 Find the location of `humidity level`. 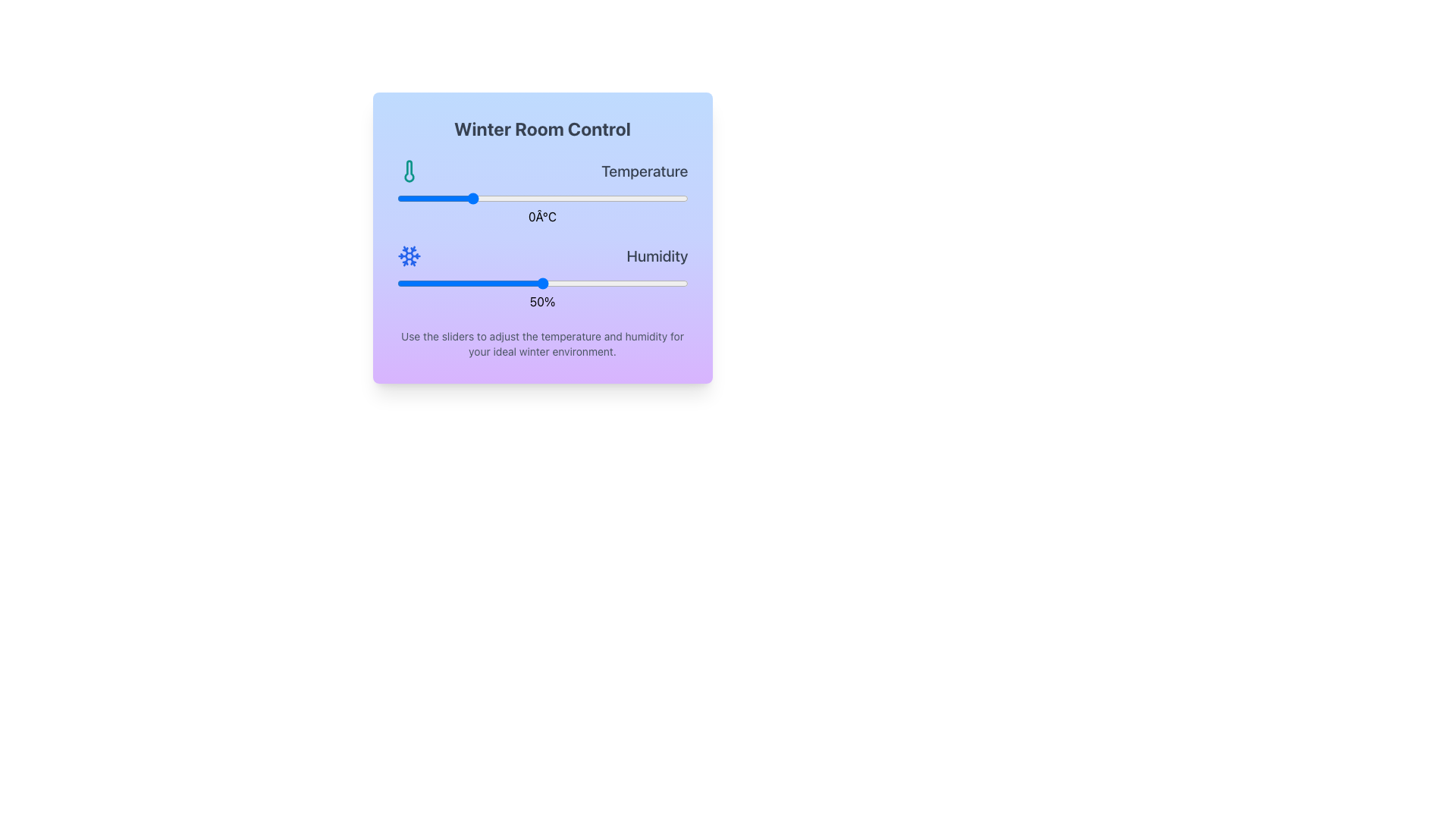

humidity level is located at coordinates (570, 284).